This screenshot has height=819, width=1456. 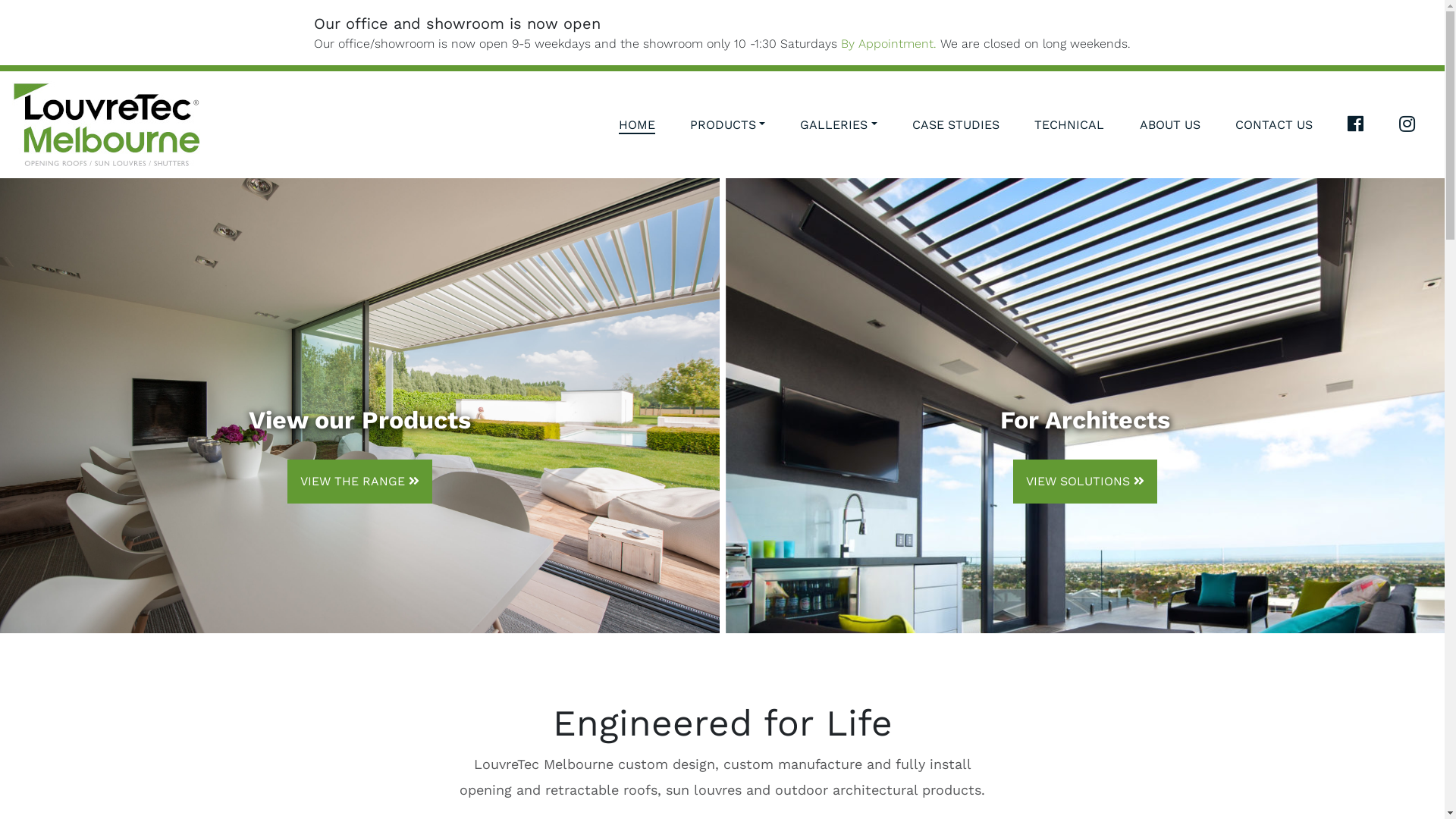 What do you see at coordinates (888, 42) in the screenshot?
I see `'By Appointment.'` at bounding box center [888, 42].